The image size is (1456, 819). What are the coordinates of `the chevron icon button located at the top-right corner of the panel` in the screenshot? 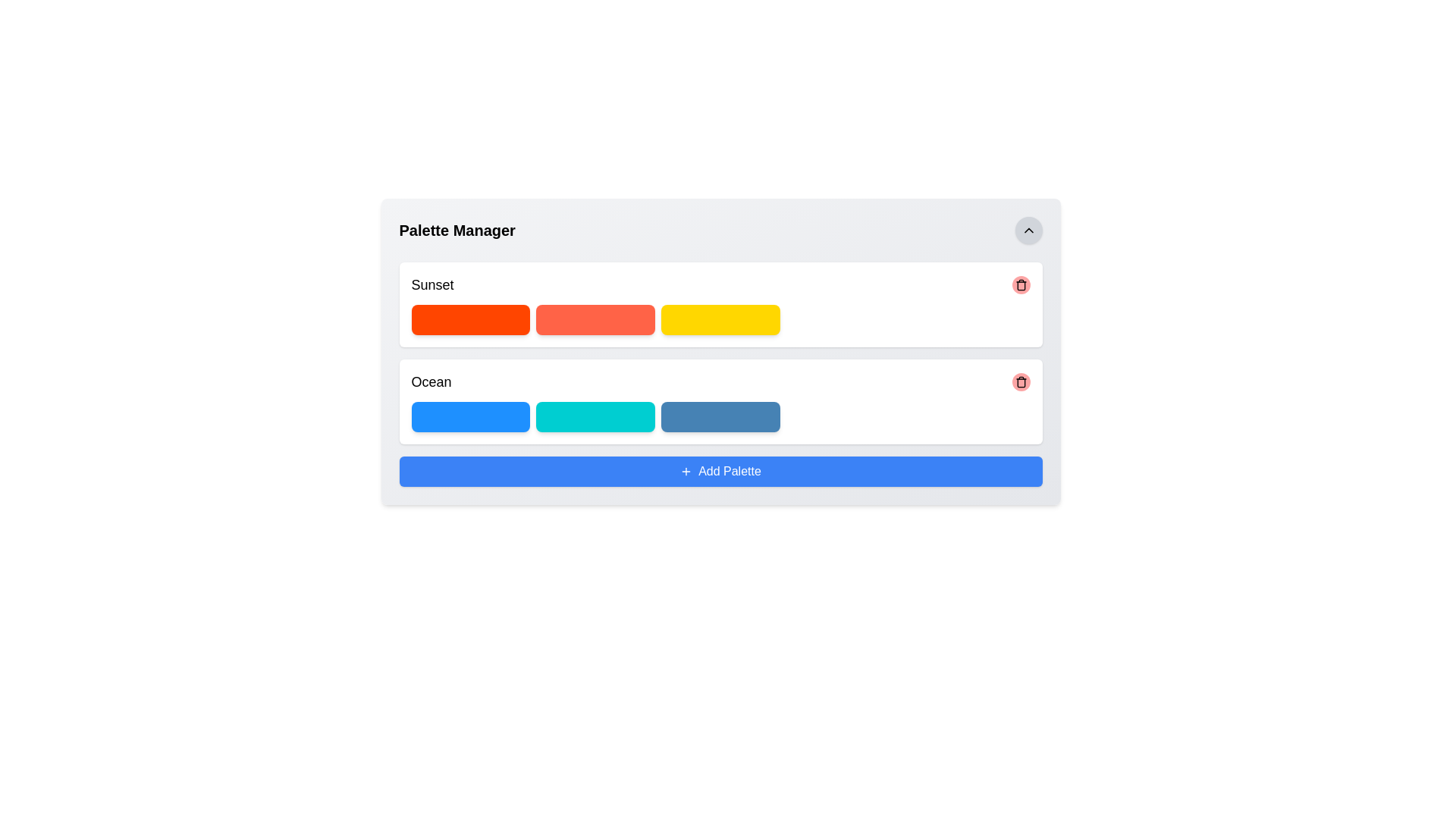 It's located at (1028, 231).